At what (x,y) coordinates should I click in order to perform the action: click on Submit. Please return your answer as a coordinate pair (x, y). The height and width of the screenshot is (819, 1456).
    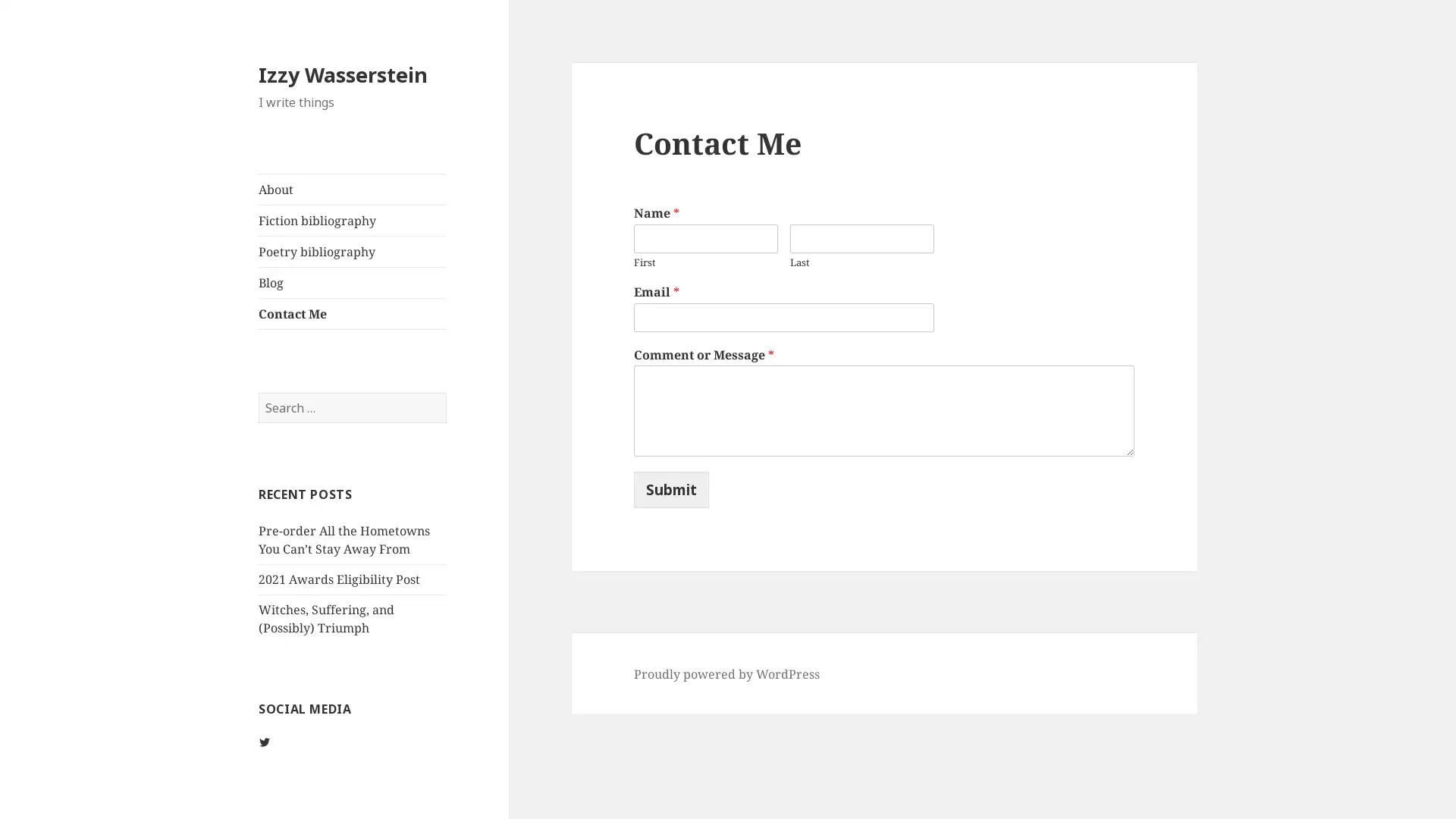
    Looking at the image, I should click on (670, 489).